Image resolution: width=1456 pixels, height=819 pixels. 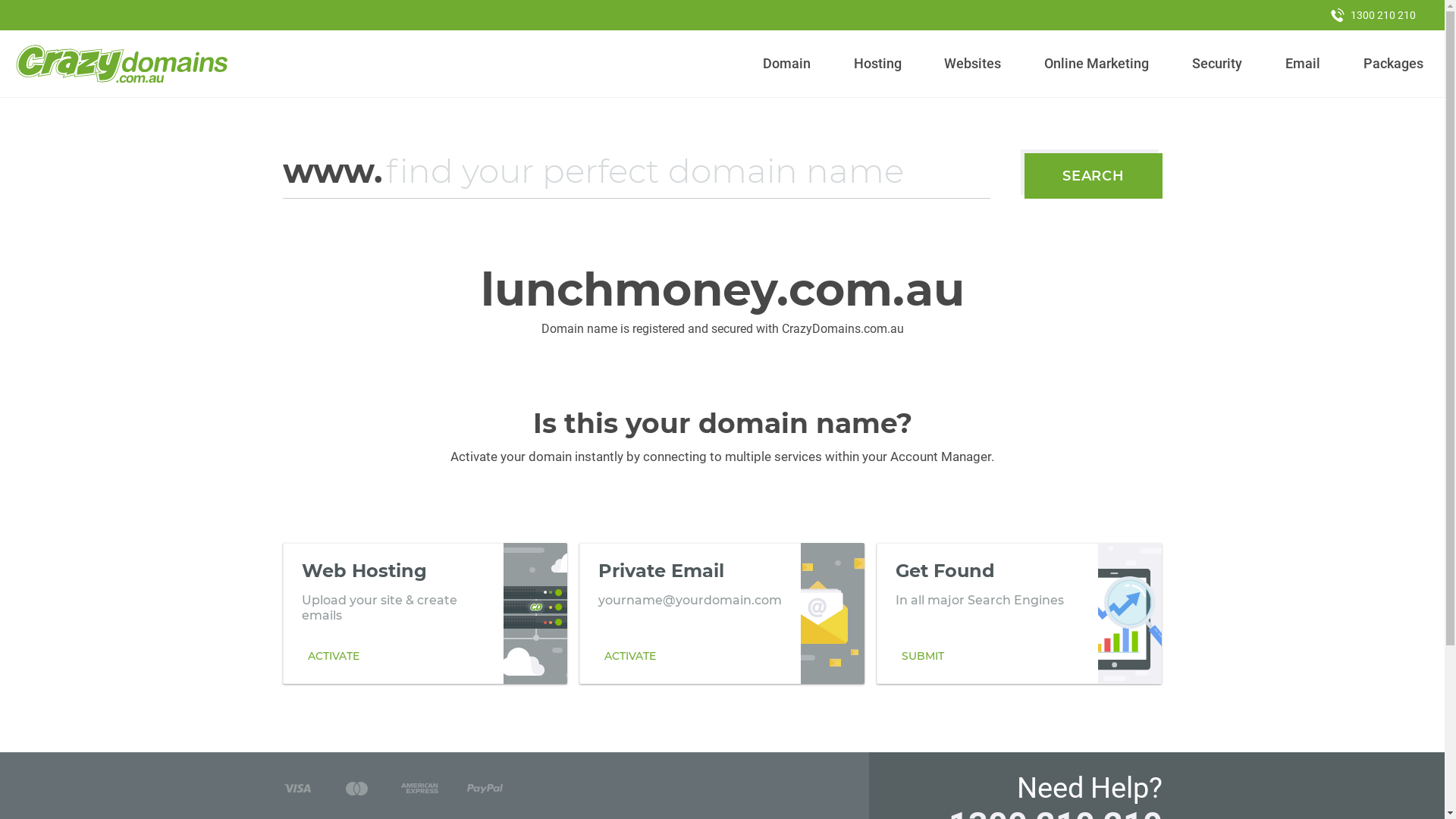 I want to click on 'Web Hosting, so click(x=425, y=613).